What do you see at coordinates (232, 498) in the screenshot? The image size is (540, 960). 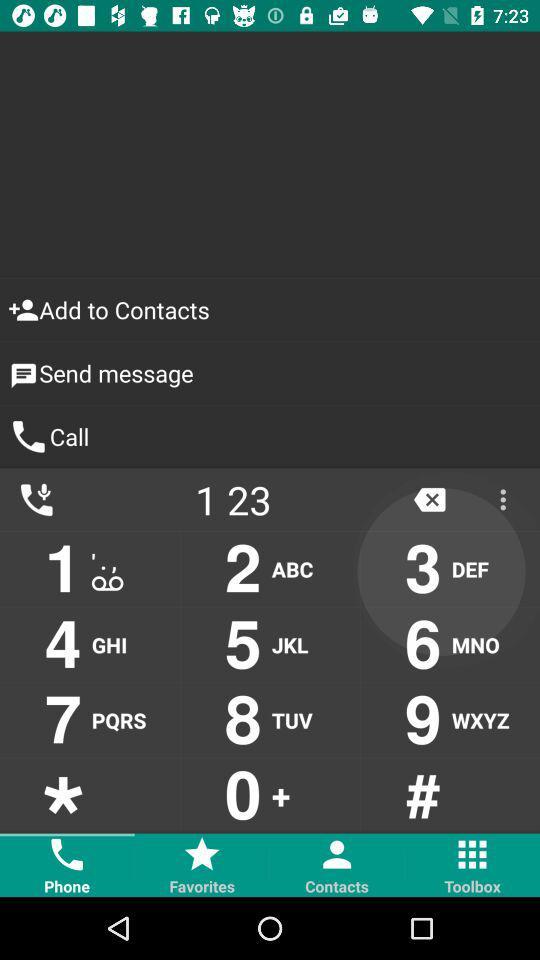 I see `item below call icon` at bounding box center [232, 498].